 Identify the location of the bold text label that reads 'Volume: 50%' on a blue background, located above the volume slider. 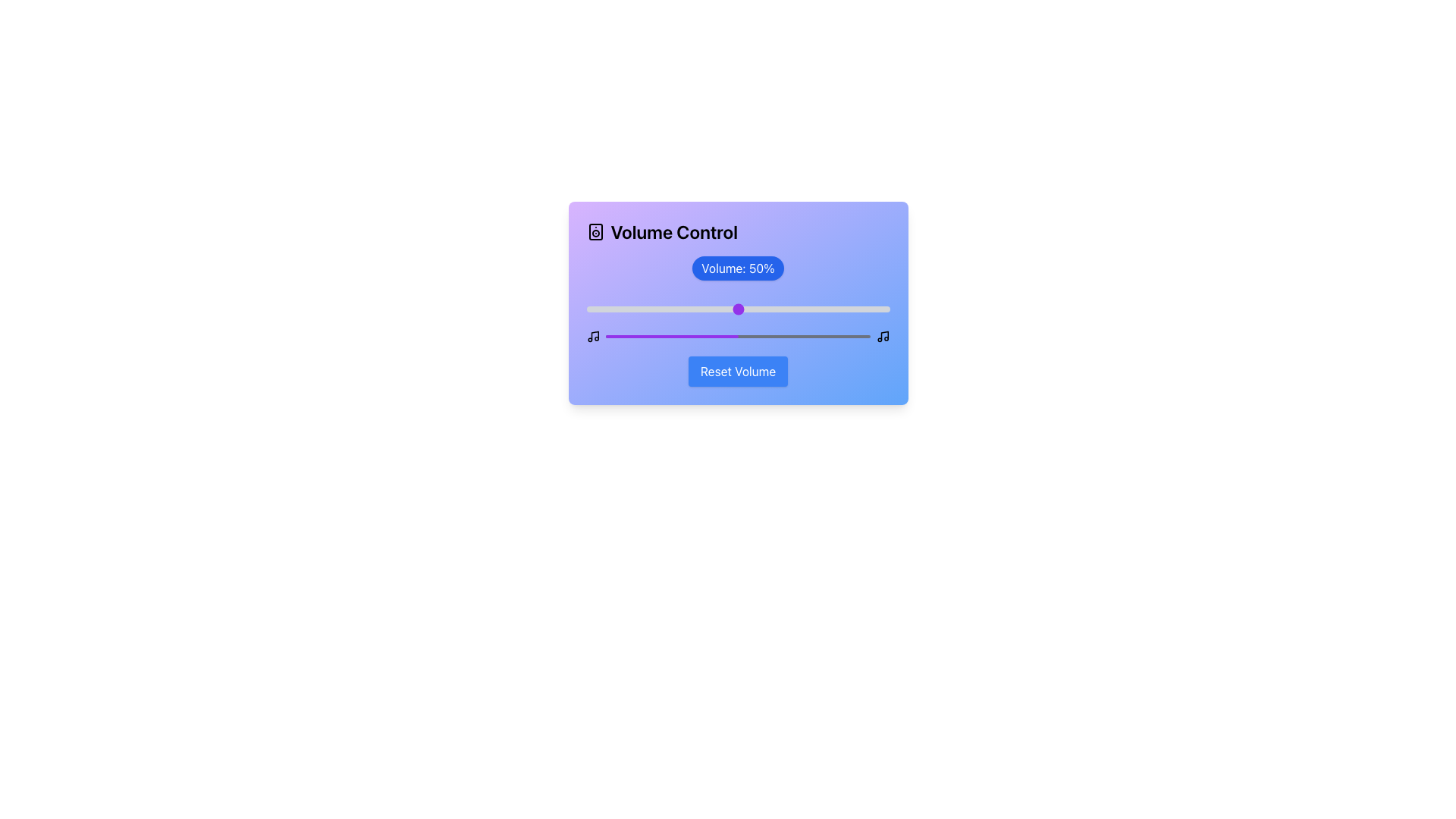
(738, 268).